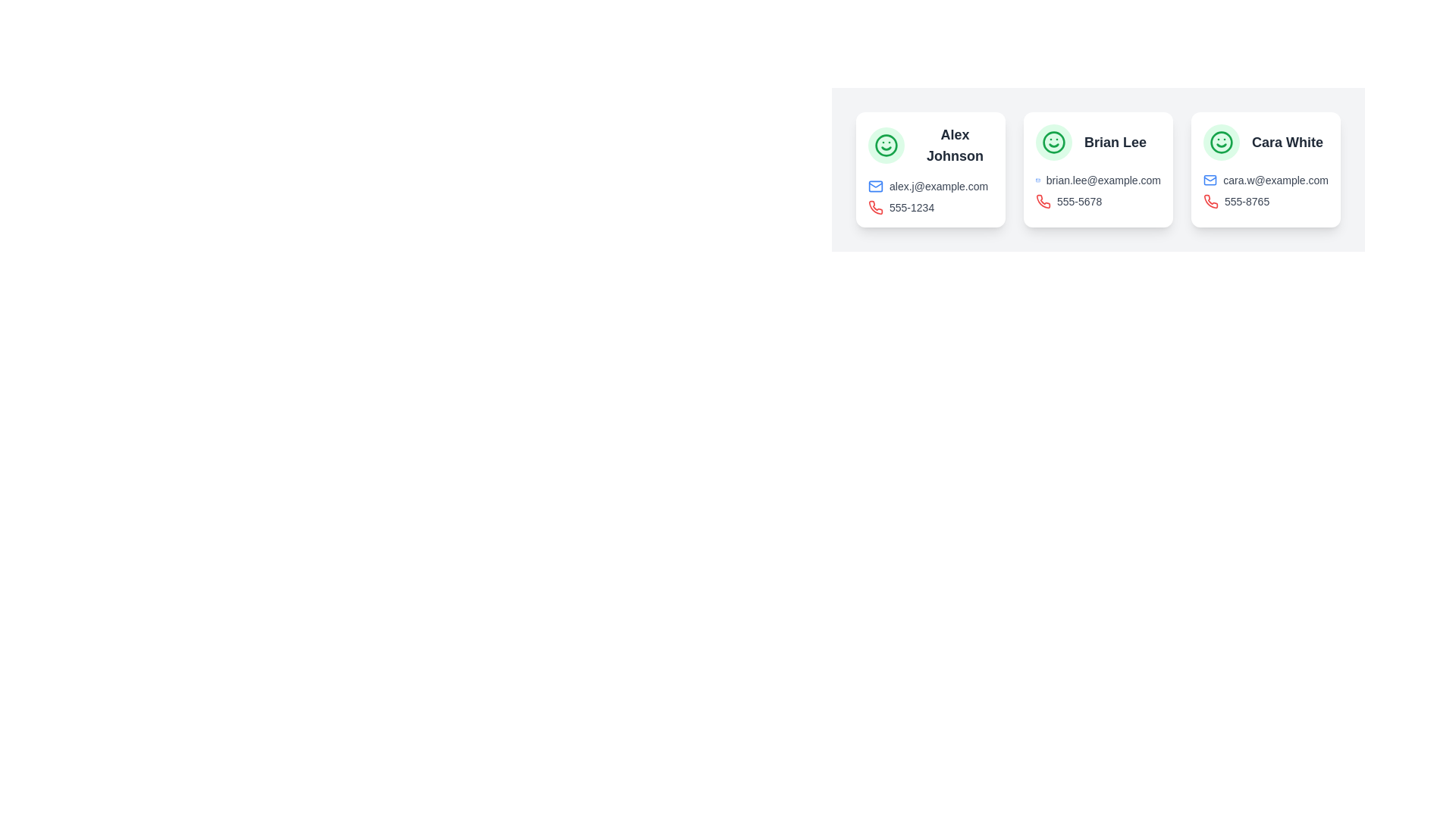  What do you see at coordinates (1053, 143) in the screenshot?
I see `the Avatar Icon, a circular icon with a light green background and a smiling face, located in the second user card above the name 'Brian Lee'` at bounding box center [1053, 143].